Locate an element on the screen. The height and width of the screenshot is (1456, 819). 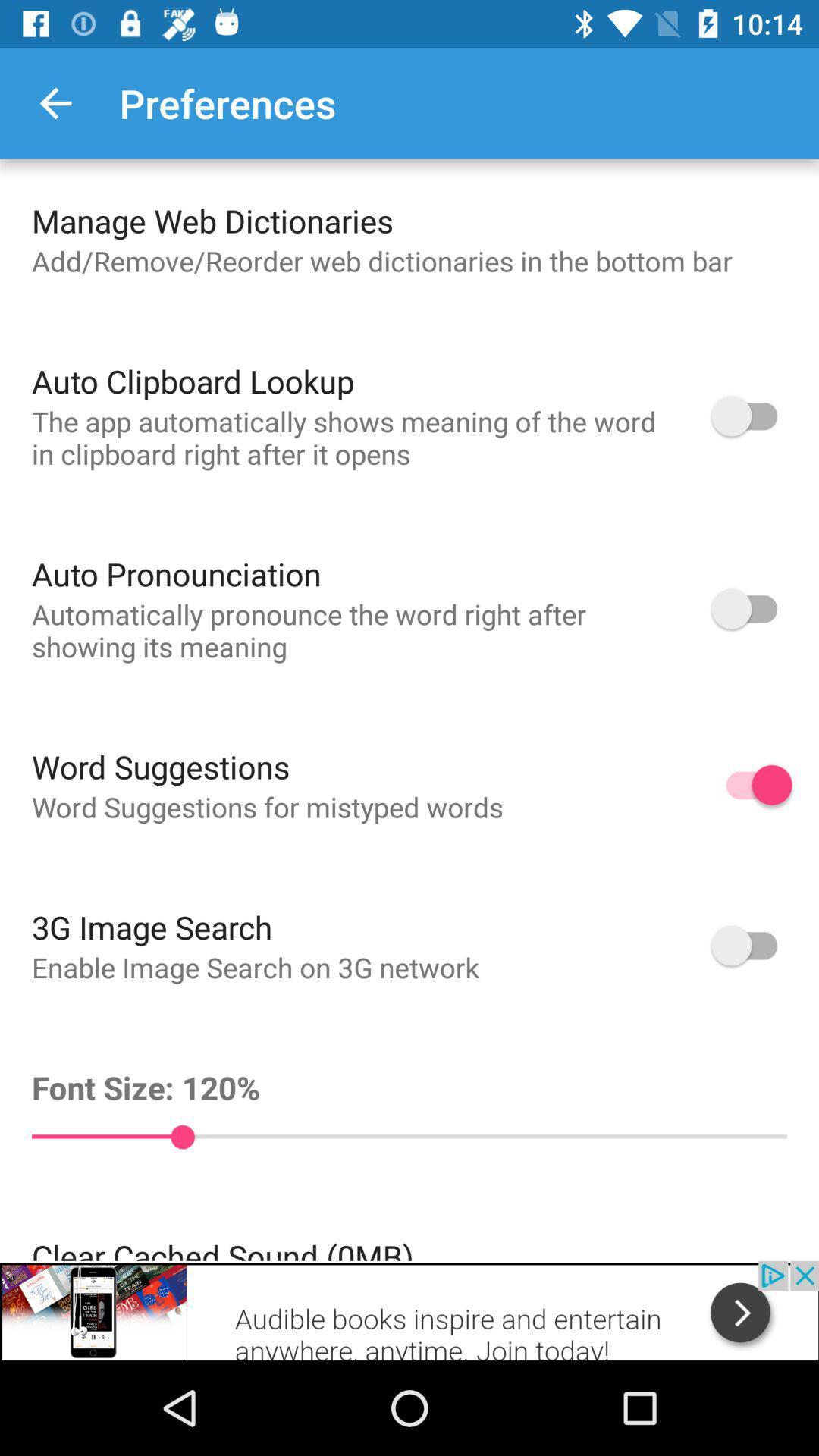
off is located at coordinates (752, 416).